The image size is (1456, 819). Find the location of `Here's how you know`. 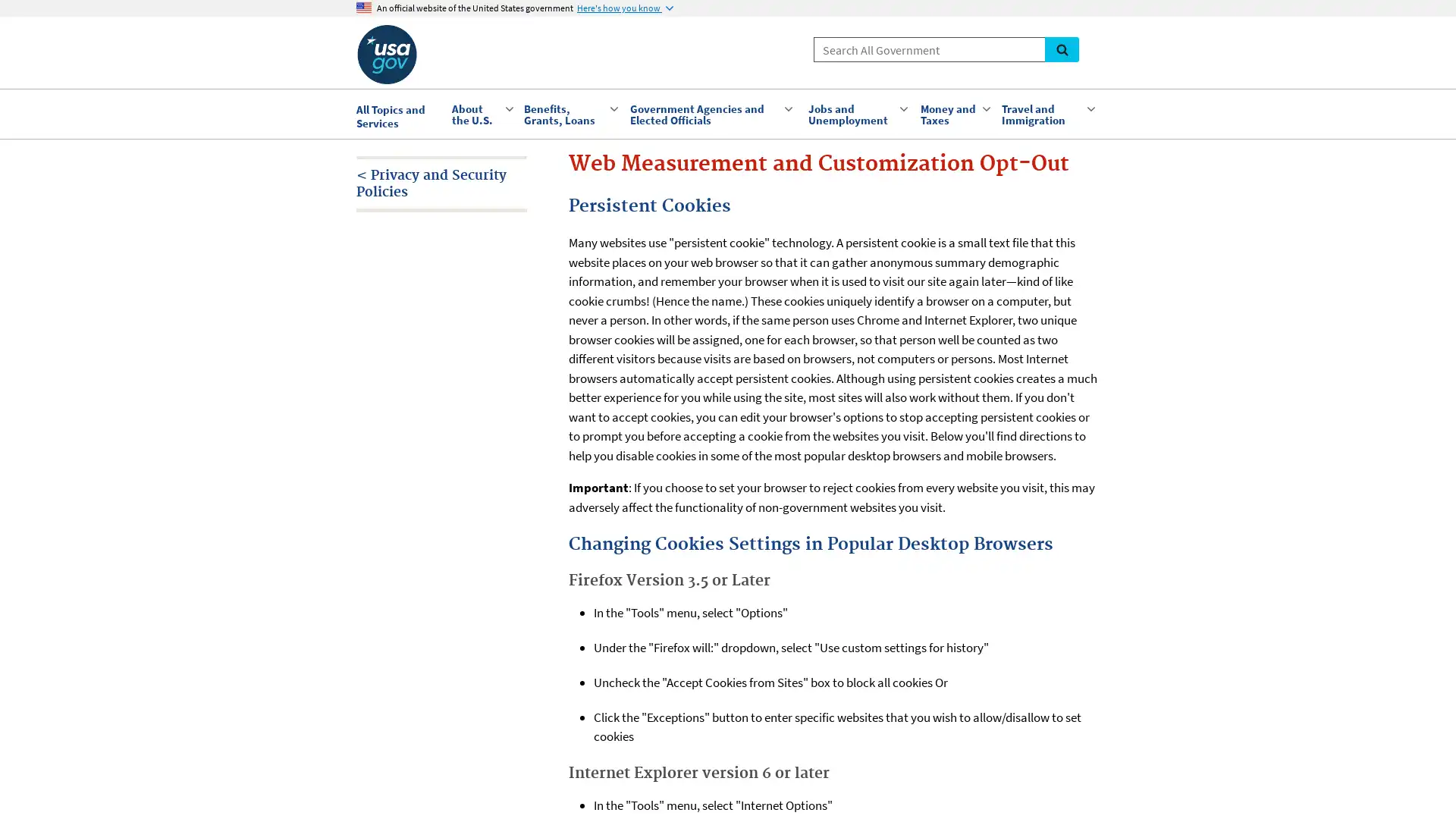

Here's how you know is located at coordinates (625, 8).